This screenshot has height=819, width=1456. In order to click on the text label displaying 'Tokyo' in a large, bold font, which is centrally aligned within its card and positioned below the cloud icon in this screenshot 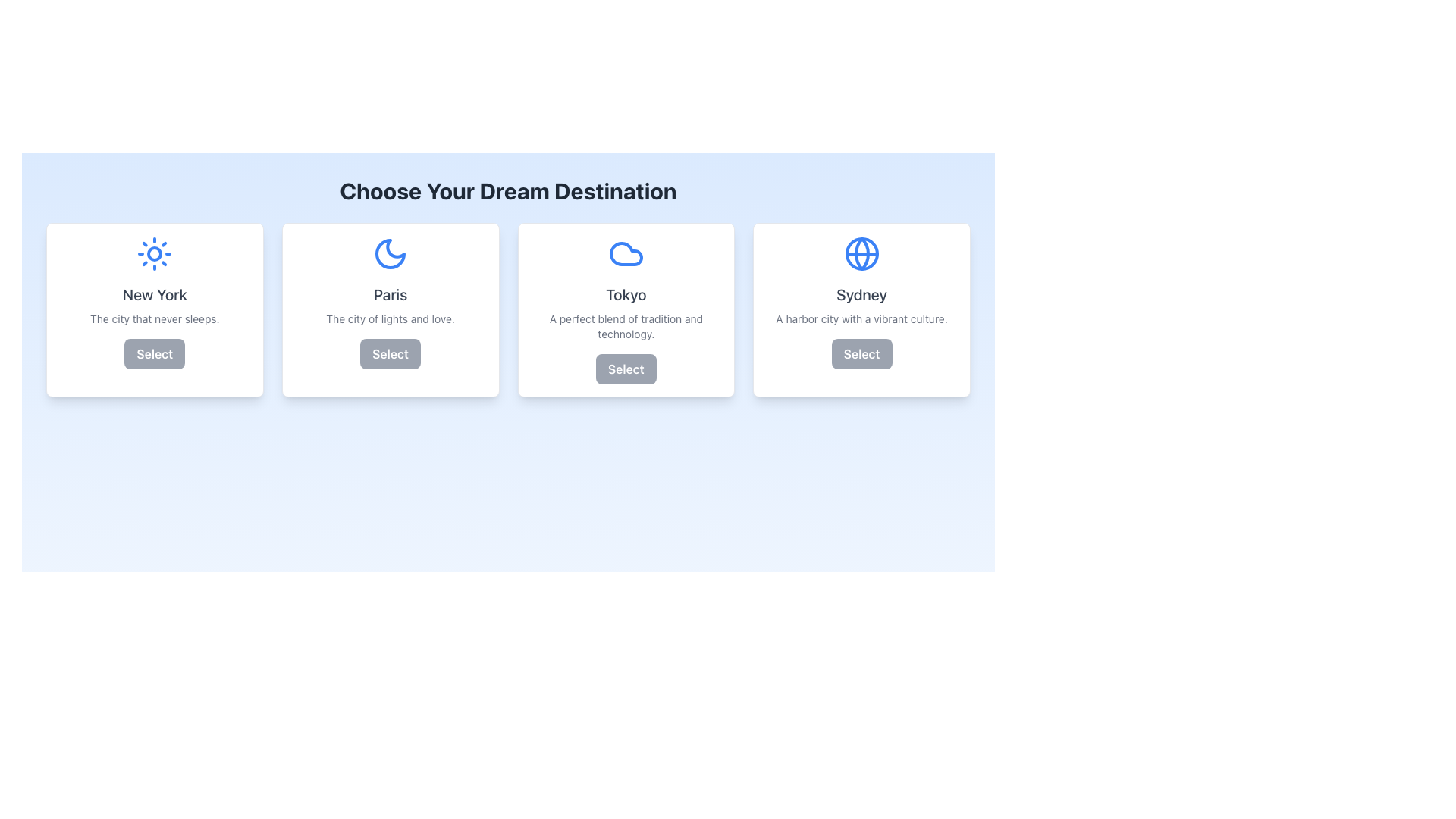, I will do `click(626, 295)`.